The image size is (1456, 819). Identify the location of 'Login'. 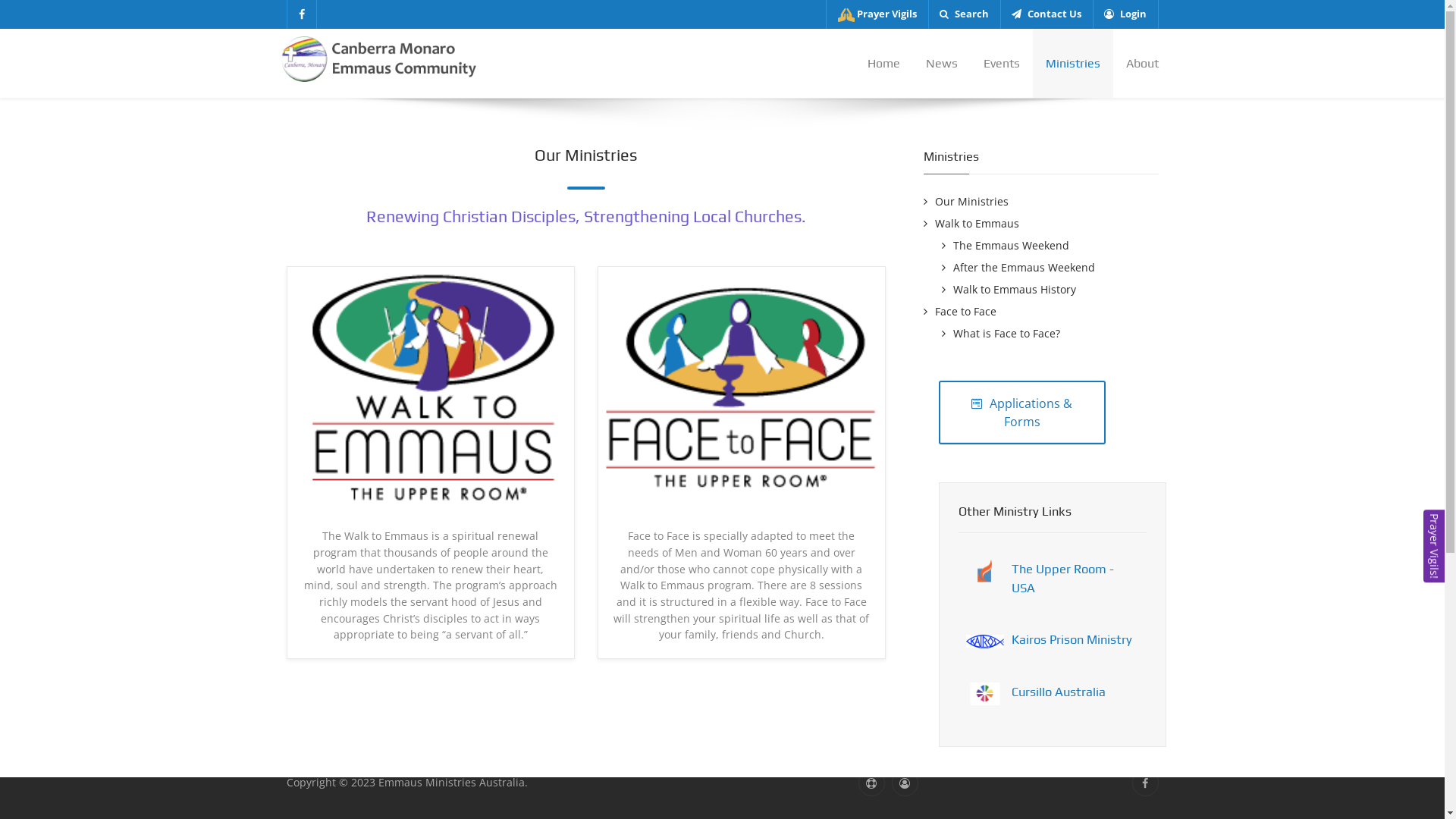
(1125, 14).